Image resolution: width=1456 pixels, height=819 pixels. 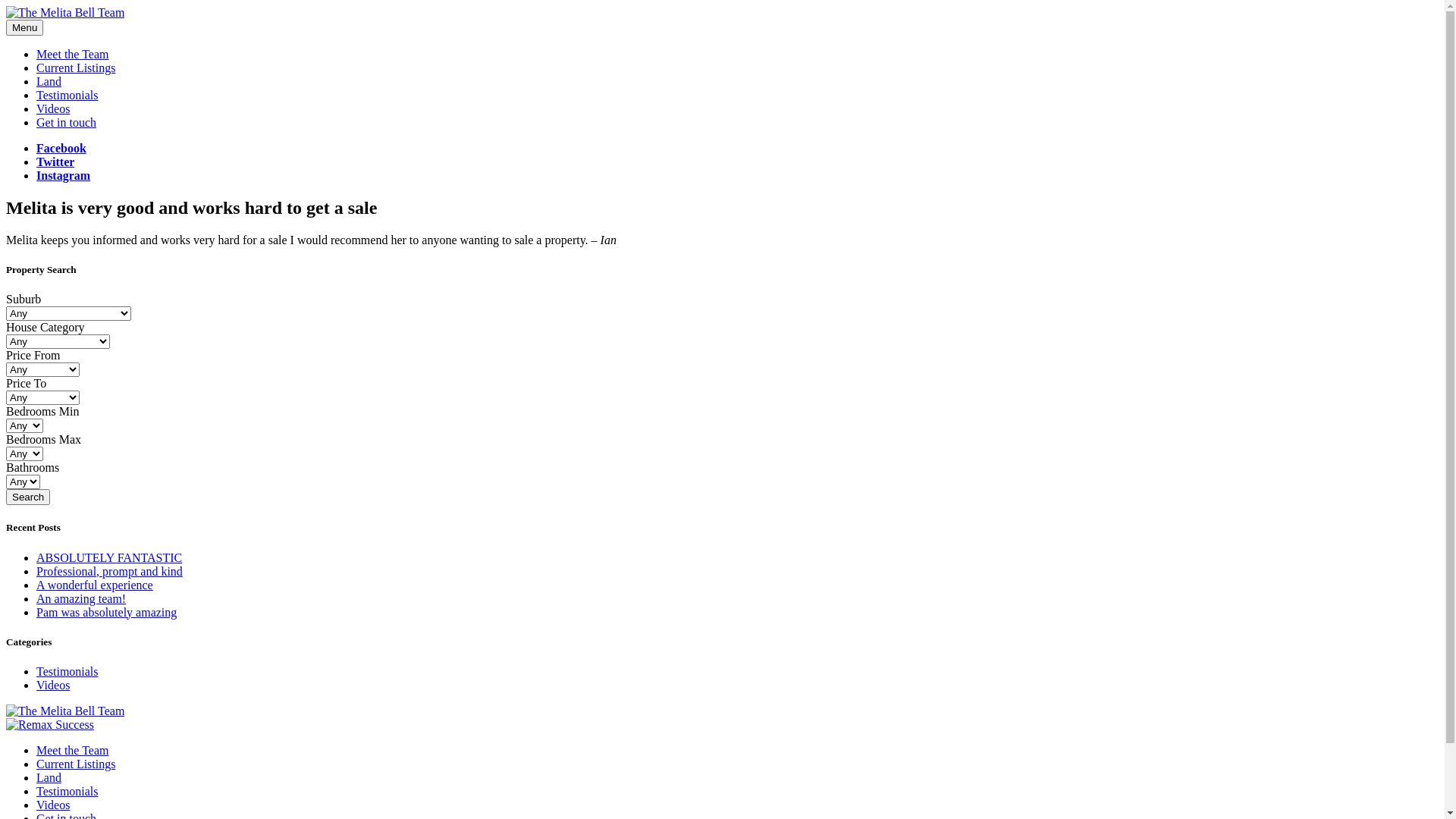 What do you see at coordinates (67, 790) in the screenshot?
I see `'Testimonials'` at bounding box center [67, 790].